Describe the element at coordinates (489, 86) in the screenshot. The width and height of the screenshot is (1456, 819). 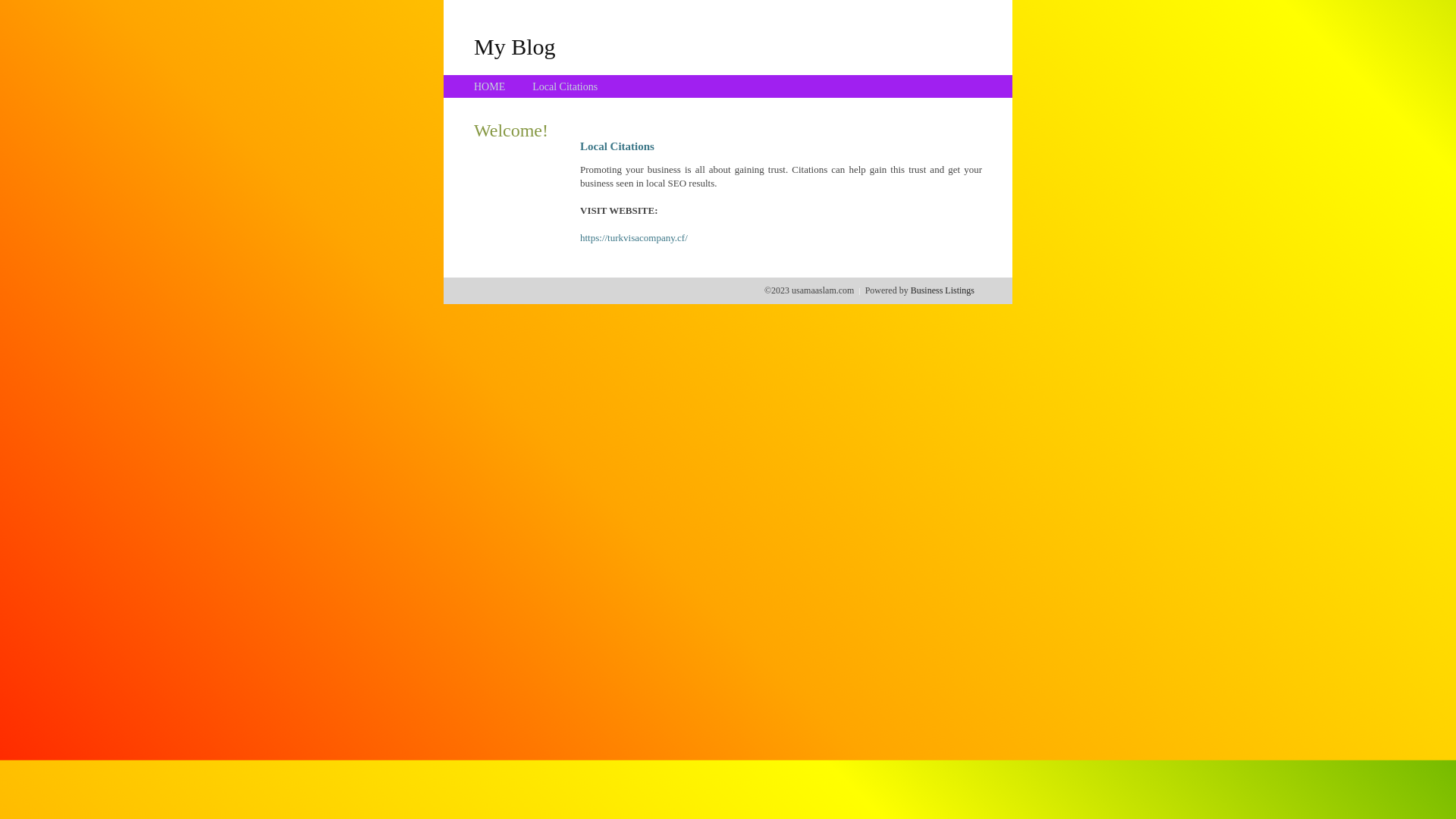
I see `'HOME'` at that location.